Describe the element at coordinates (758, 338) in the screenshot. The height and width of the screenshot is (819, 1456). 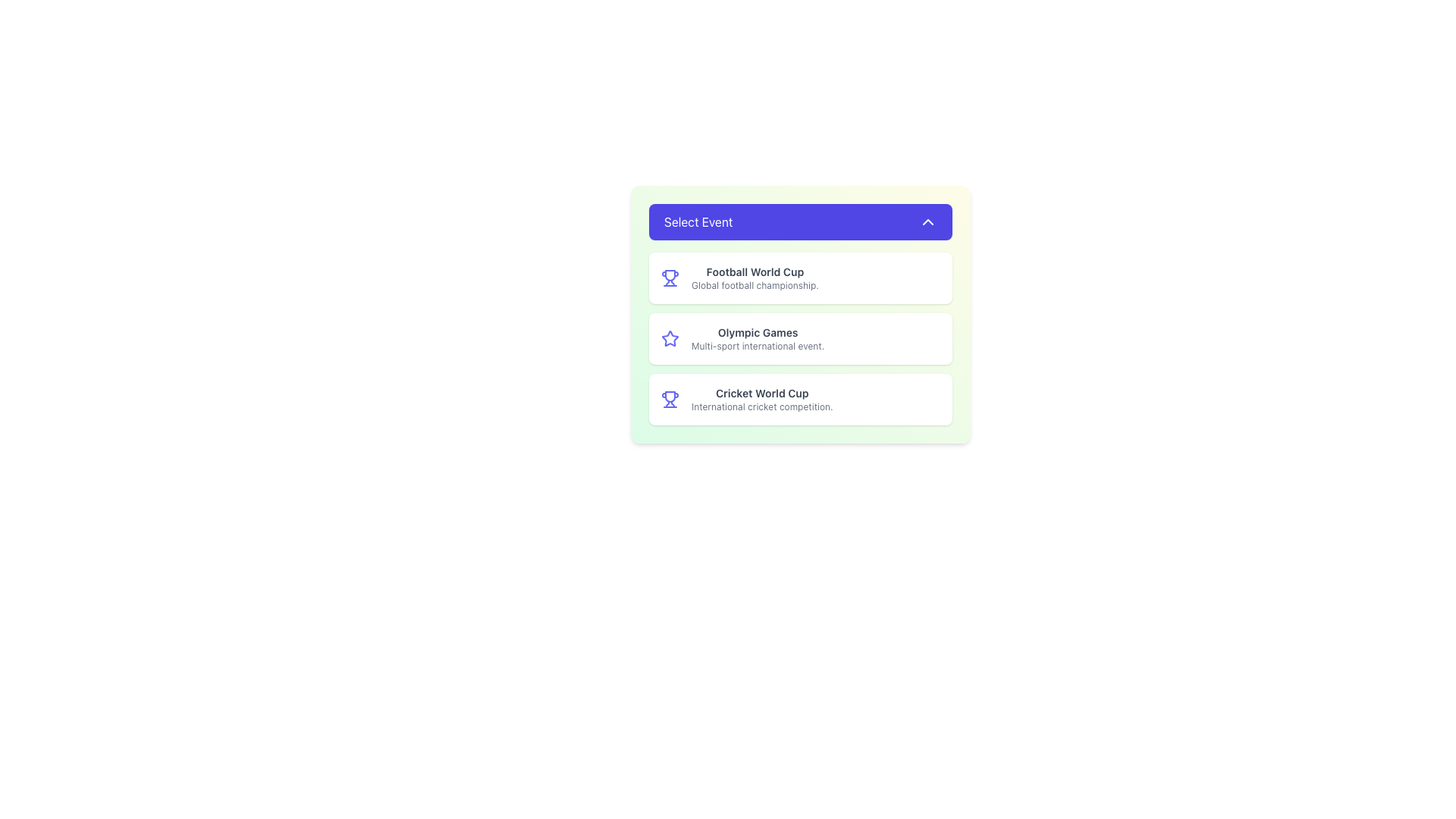
I see `the text display for the 'Olympic Games' event, which is centrally located between the 'Football World Cup' and 'Cricket World Cup' entries in the list` at that location.